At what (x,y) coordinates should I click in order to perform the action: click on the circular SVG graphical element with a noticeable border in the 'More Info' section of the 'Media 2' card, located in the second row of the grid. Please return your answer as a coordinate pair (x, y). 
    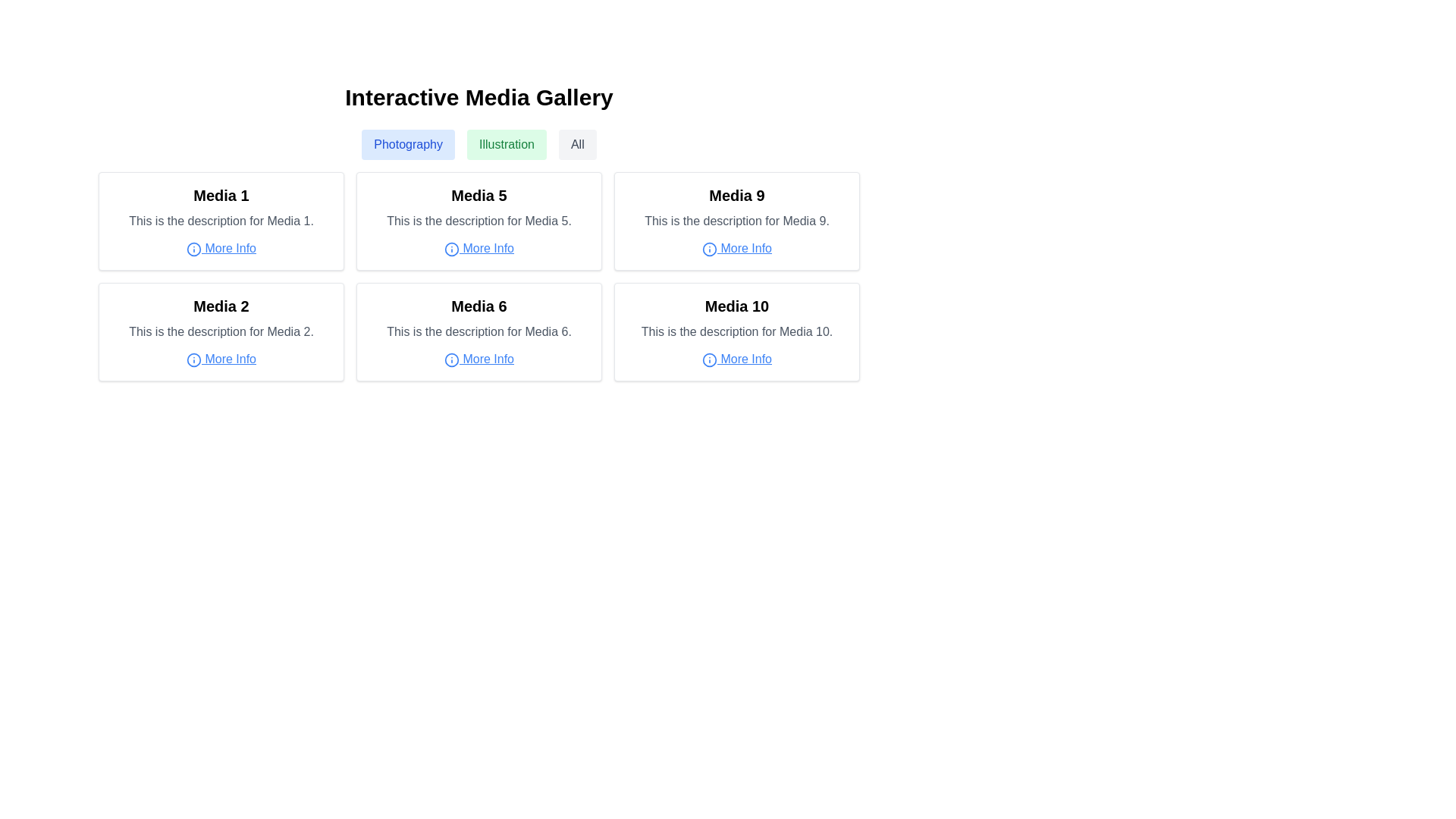
    Looking at the image, I should click on (193, 359).